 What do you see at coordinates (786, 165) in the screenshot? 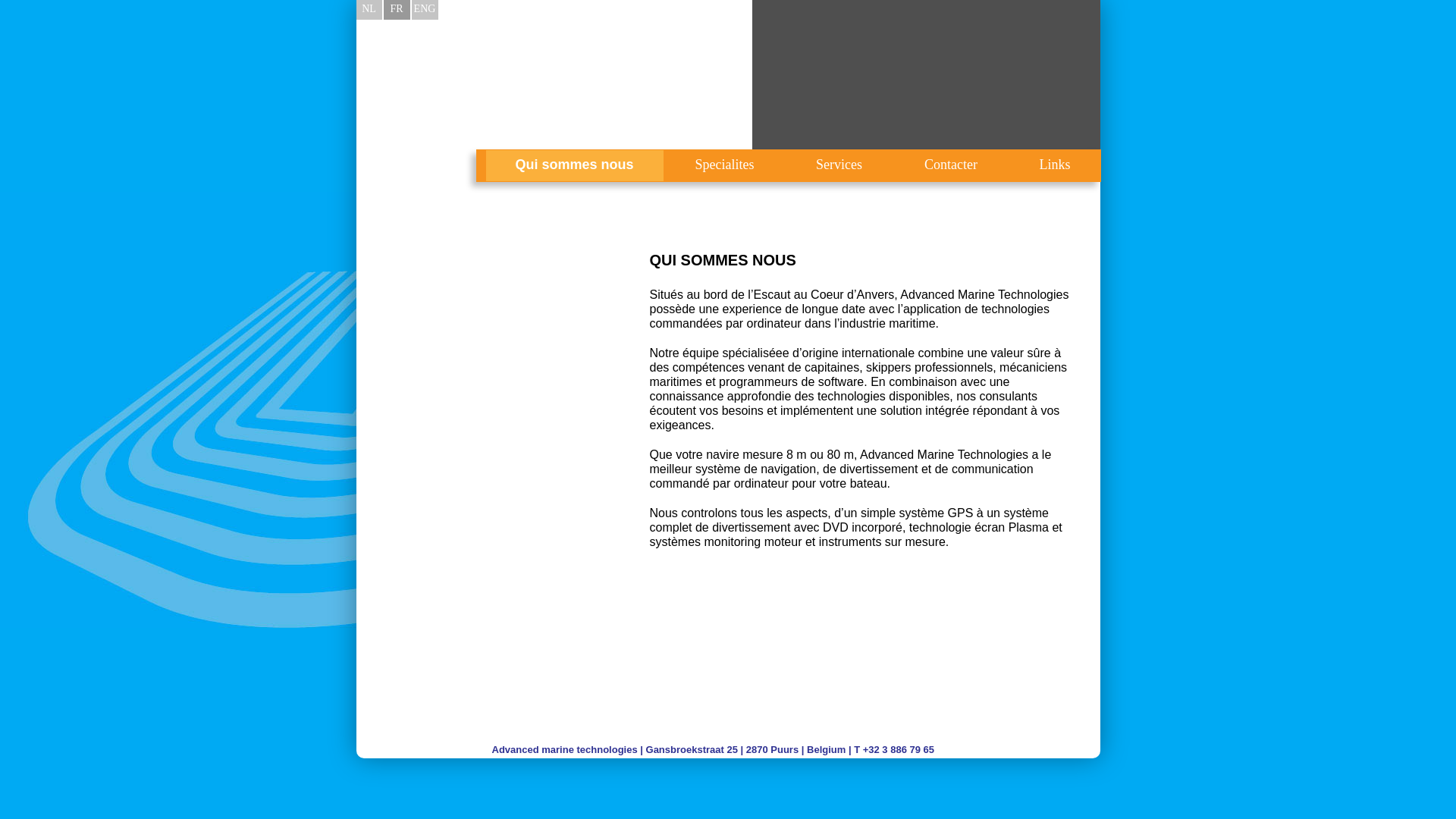
I see `'Services'` at bounding box center [786, 165].